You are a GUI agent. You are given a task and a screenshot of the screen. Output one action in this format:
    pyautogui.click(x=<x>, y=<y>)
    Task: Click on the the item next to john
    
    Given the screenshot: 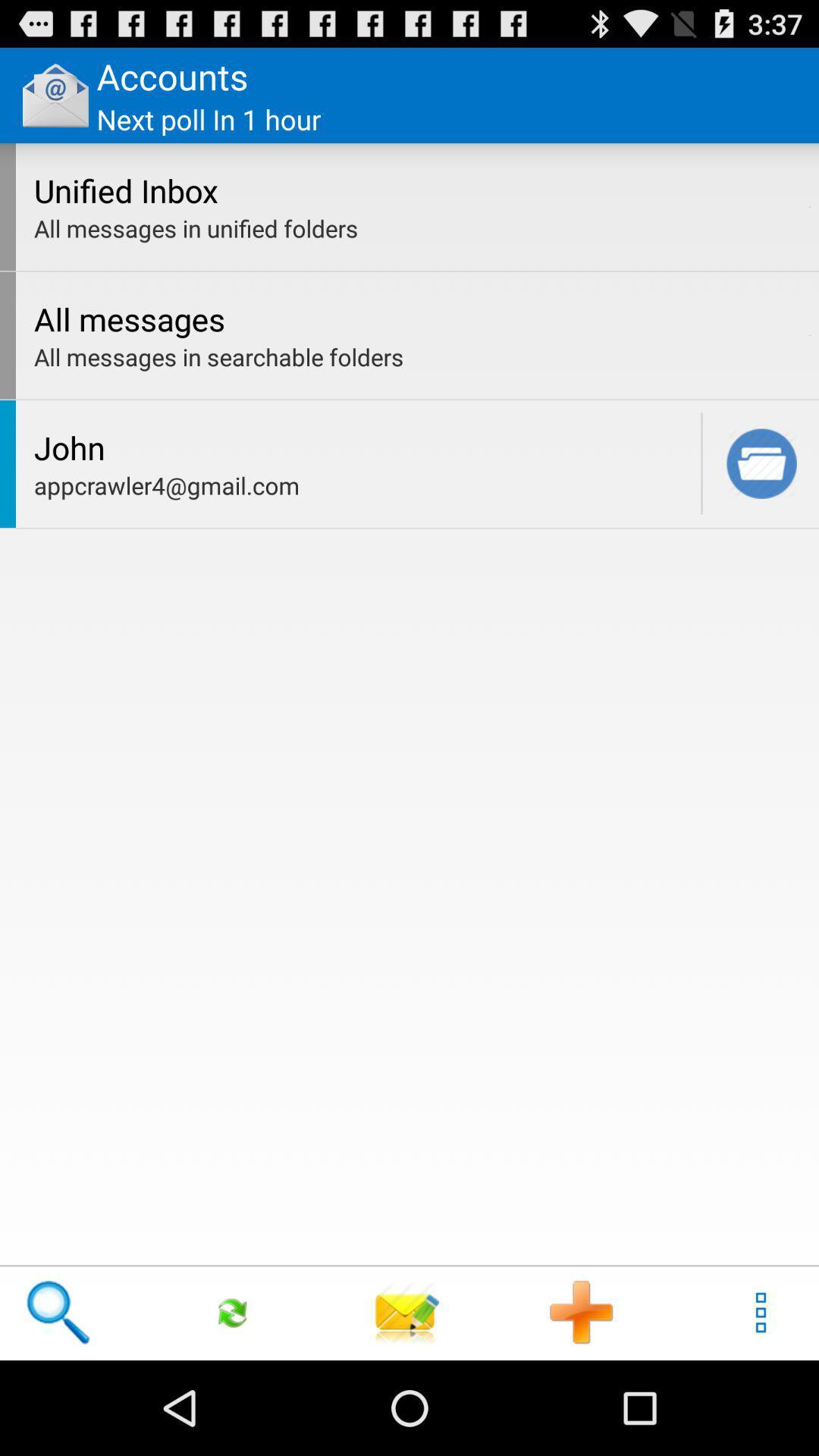 What is the action you would take?
    pyautogui.click(x=701, y=463)
    